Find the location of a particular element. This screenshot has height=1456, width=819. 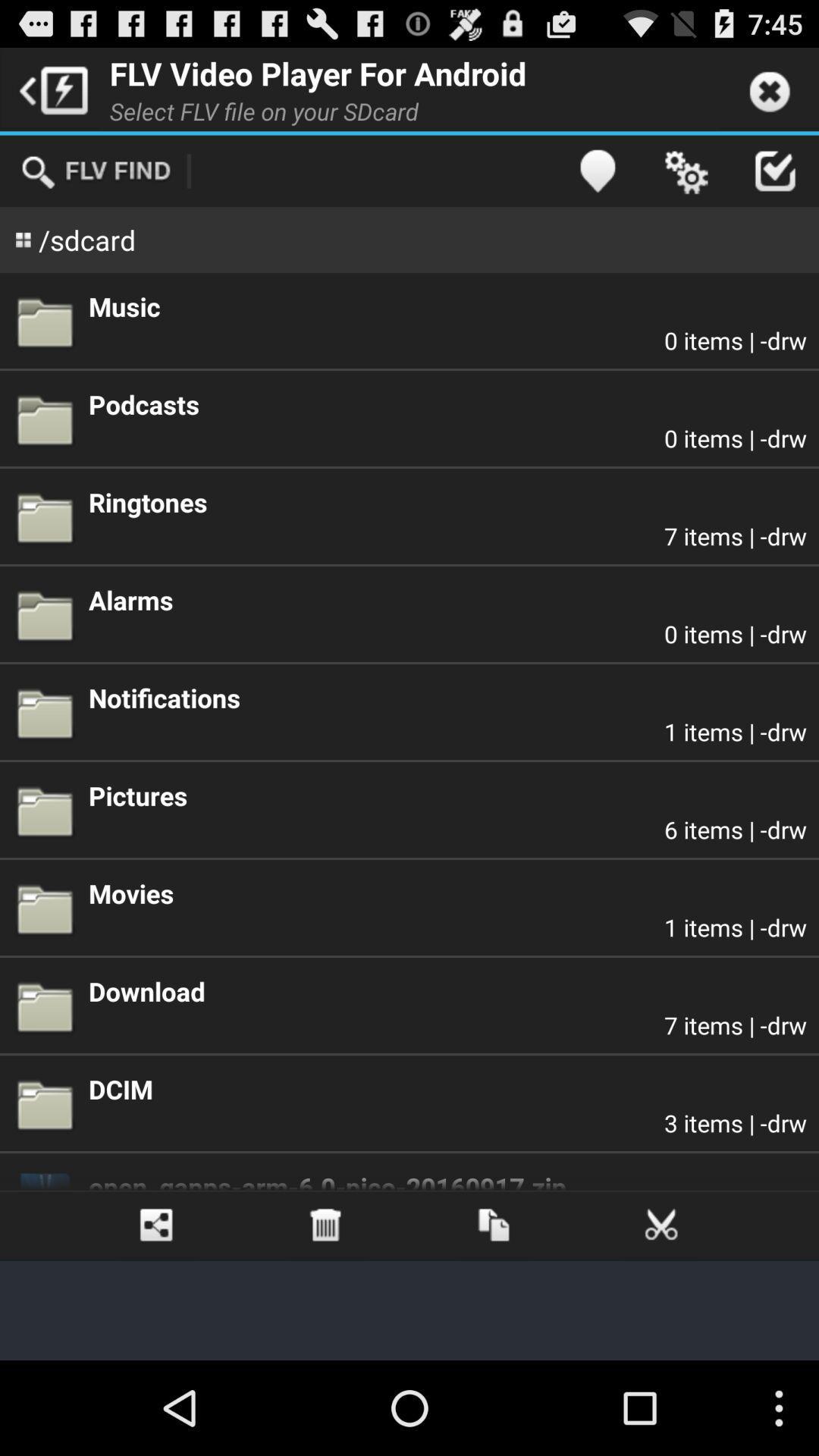

the alarms app is located at coordinates (447, 599).